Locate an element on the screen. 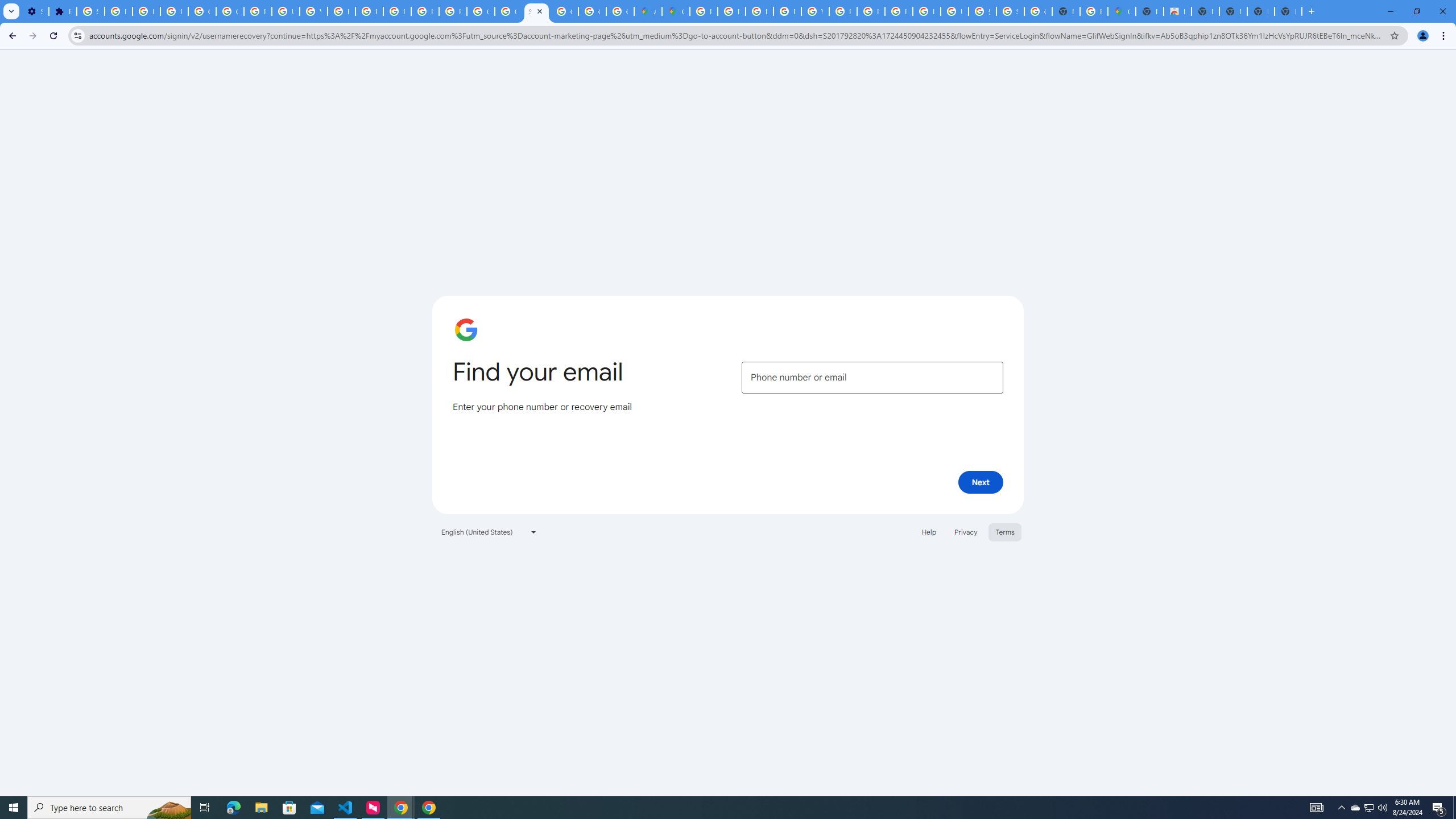  'Phone number or email' is located at coordinates (872, 377).